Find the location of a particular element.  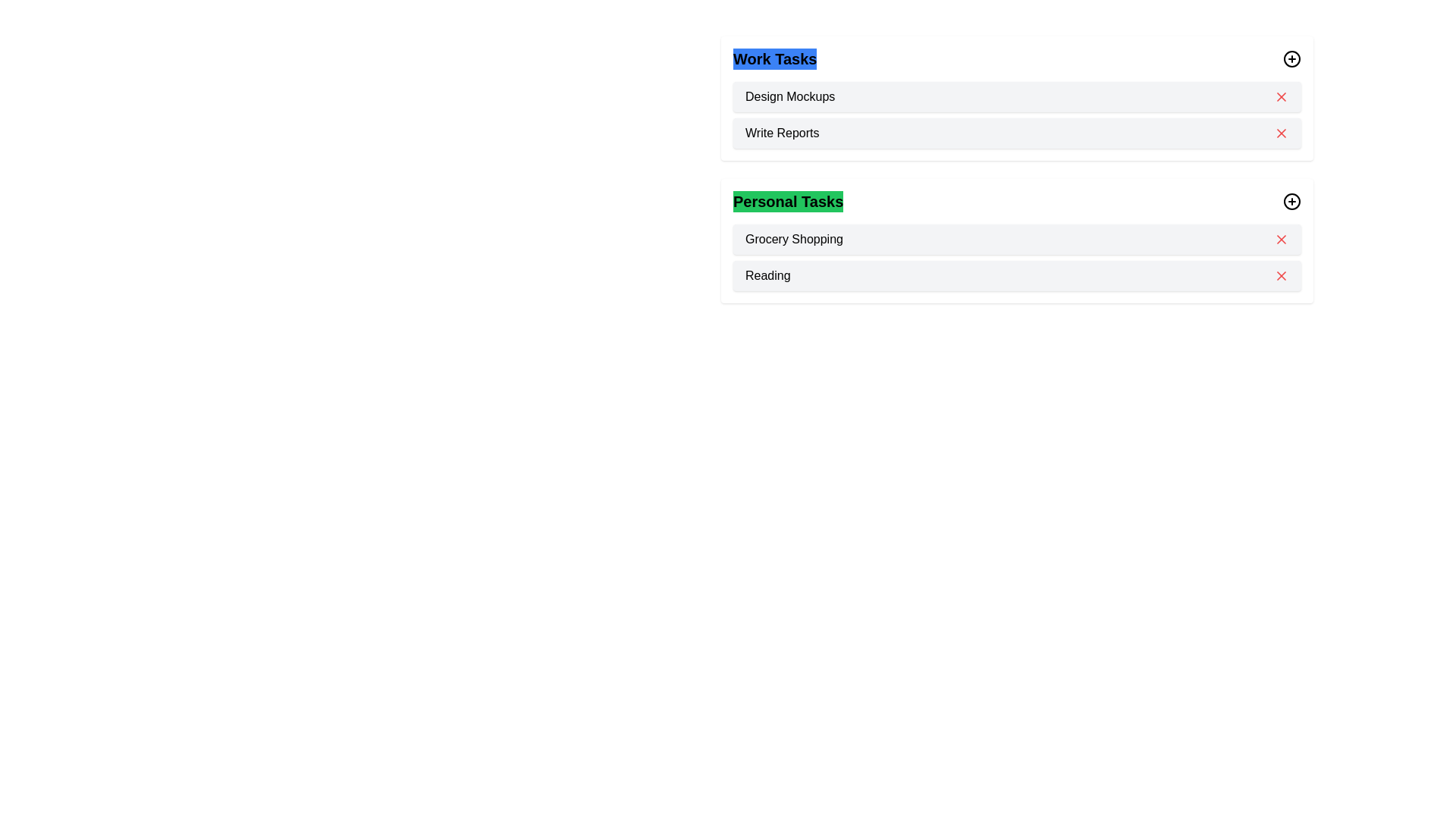

the task Reading from the category Personal by clicking the 'X' icon next to the task is located at coordinates (1280, 275).